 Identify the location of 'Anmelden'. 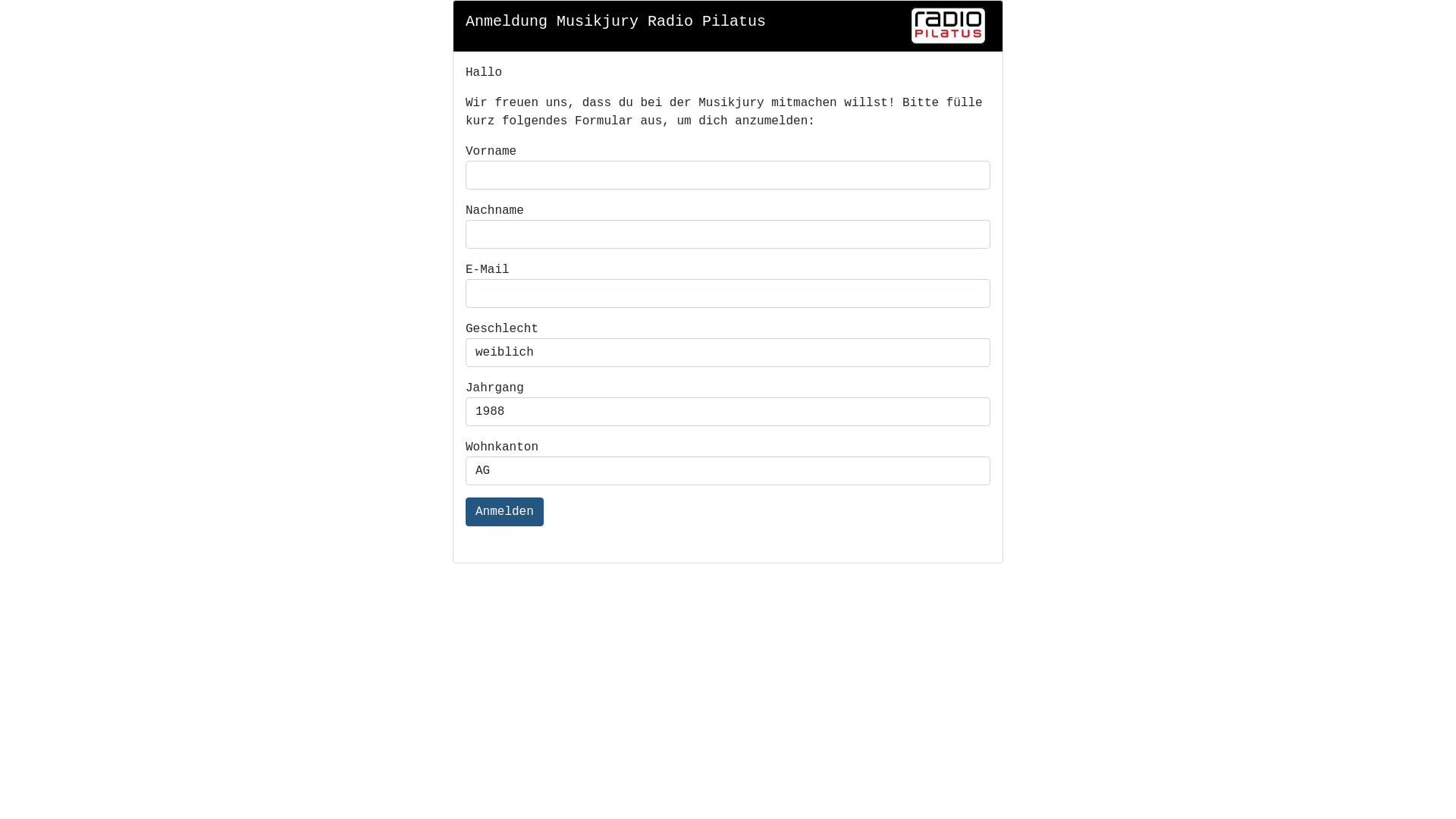
(504, 512).